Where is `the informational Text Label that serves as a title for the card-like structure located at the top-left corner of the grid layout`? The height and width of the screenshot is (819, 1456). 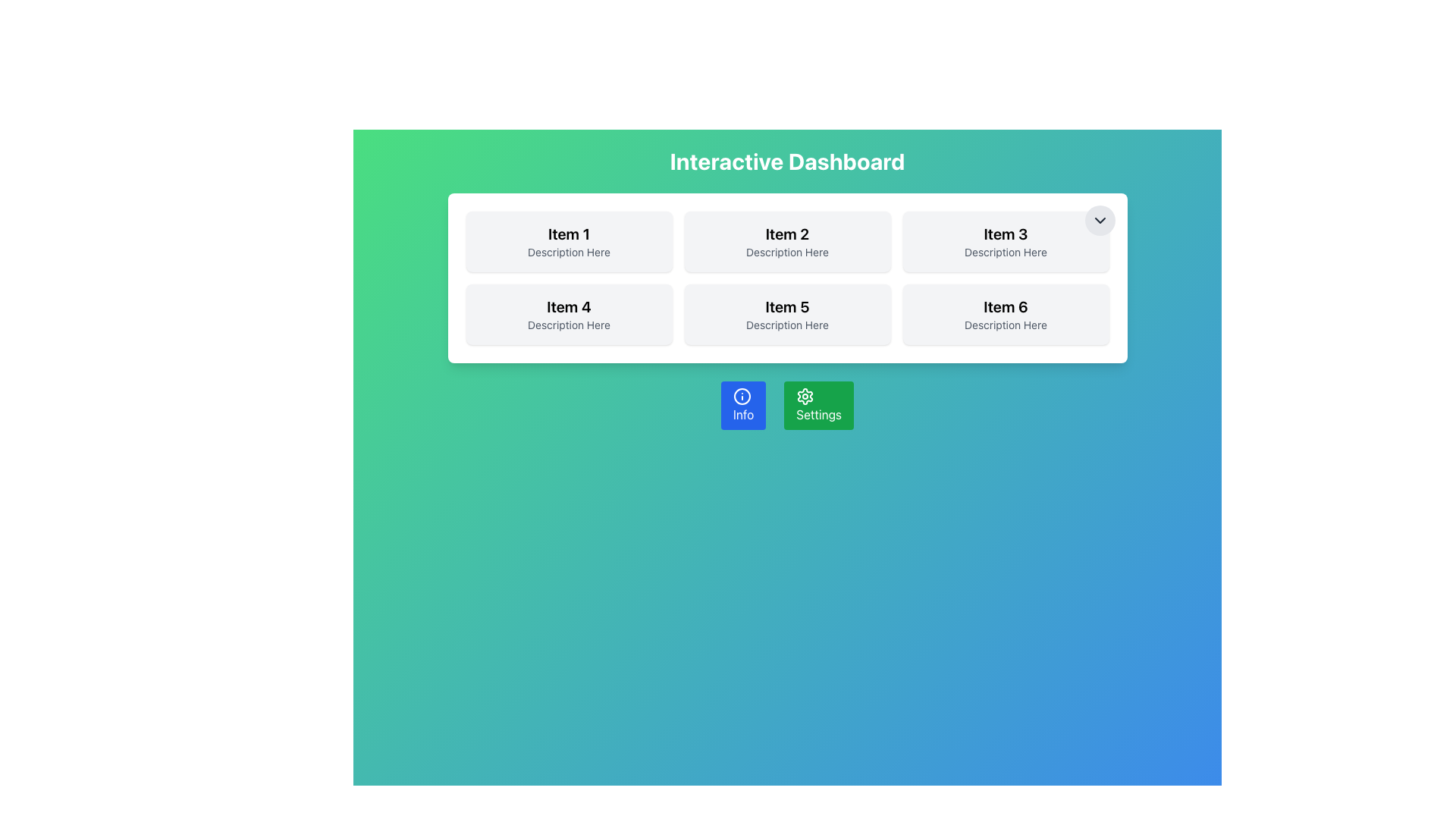
the informational Text Label that serves as a title for the card-like structure located at the top-left corner of the grid layout is located at coordinates (568, 234).